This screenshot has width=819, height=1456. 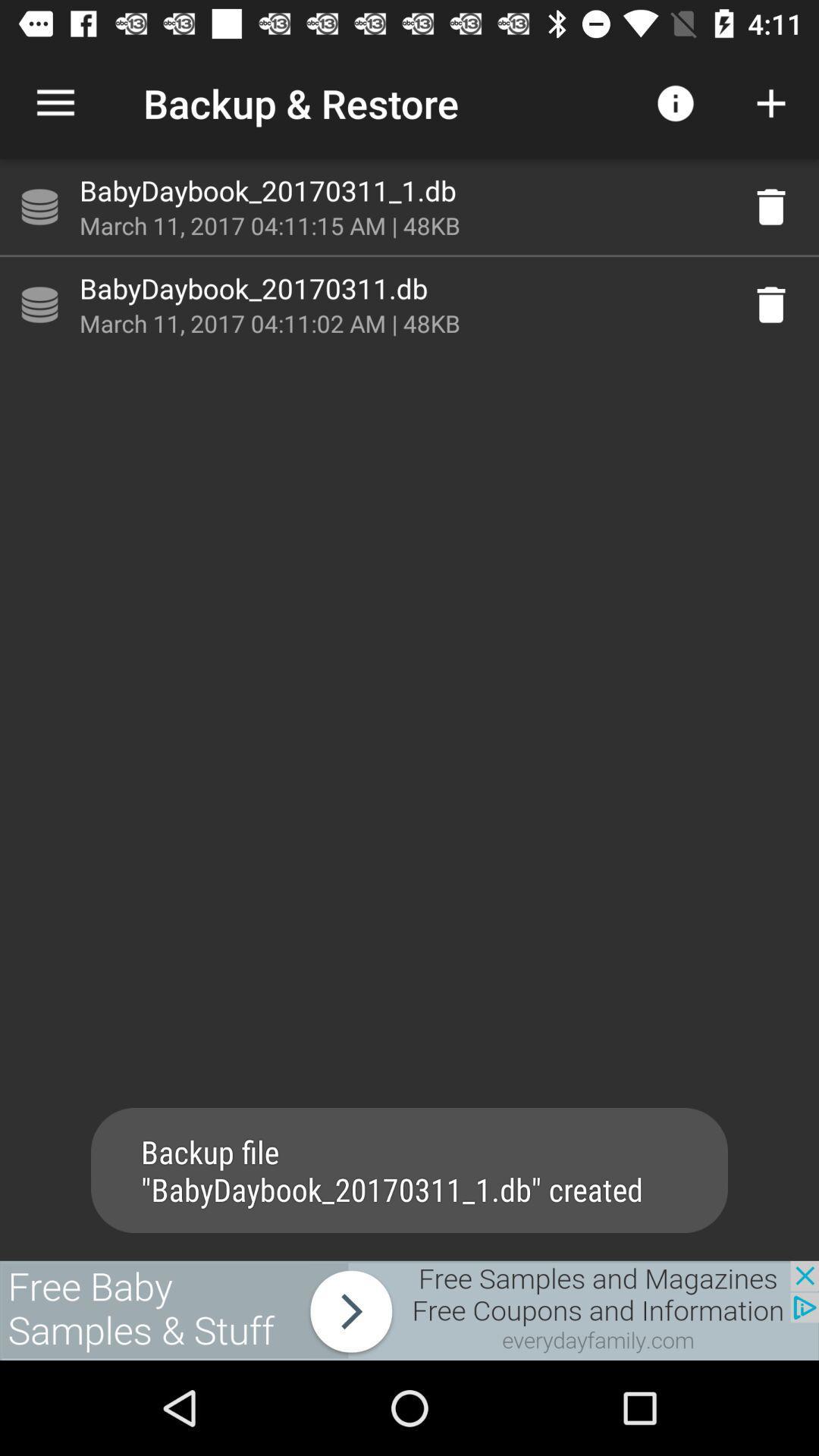 I want to click on delete database backup, so click(x=771, y=206).